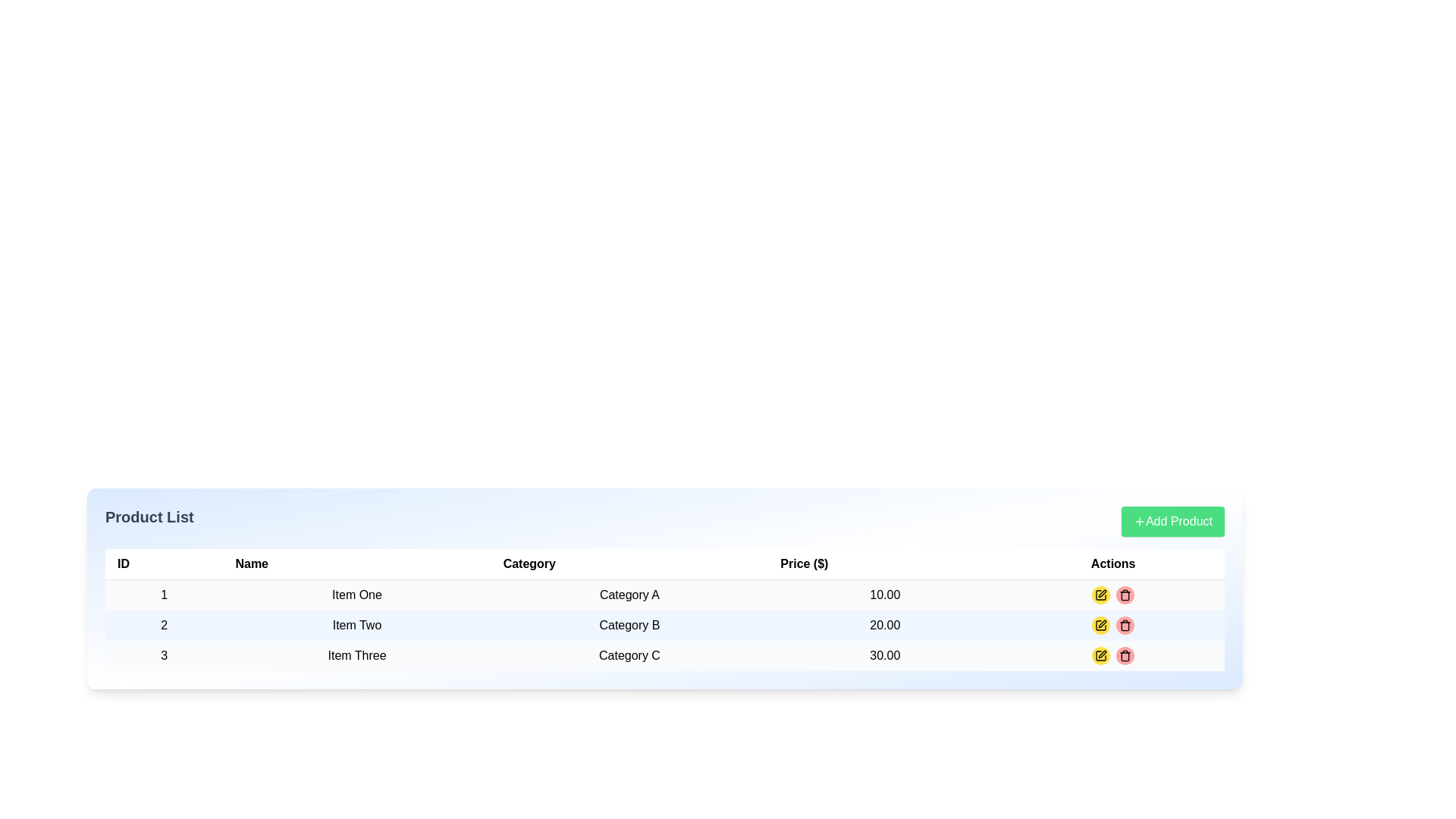 The image size is (1456, 819). Describe the element at coordinates (1103, 593) in the screenshot. I see `the edit icon, which is a small pen or pencil icon on a yellow background located in the 'Actions' column for 'Item One' in the table` at that location.